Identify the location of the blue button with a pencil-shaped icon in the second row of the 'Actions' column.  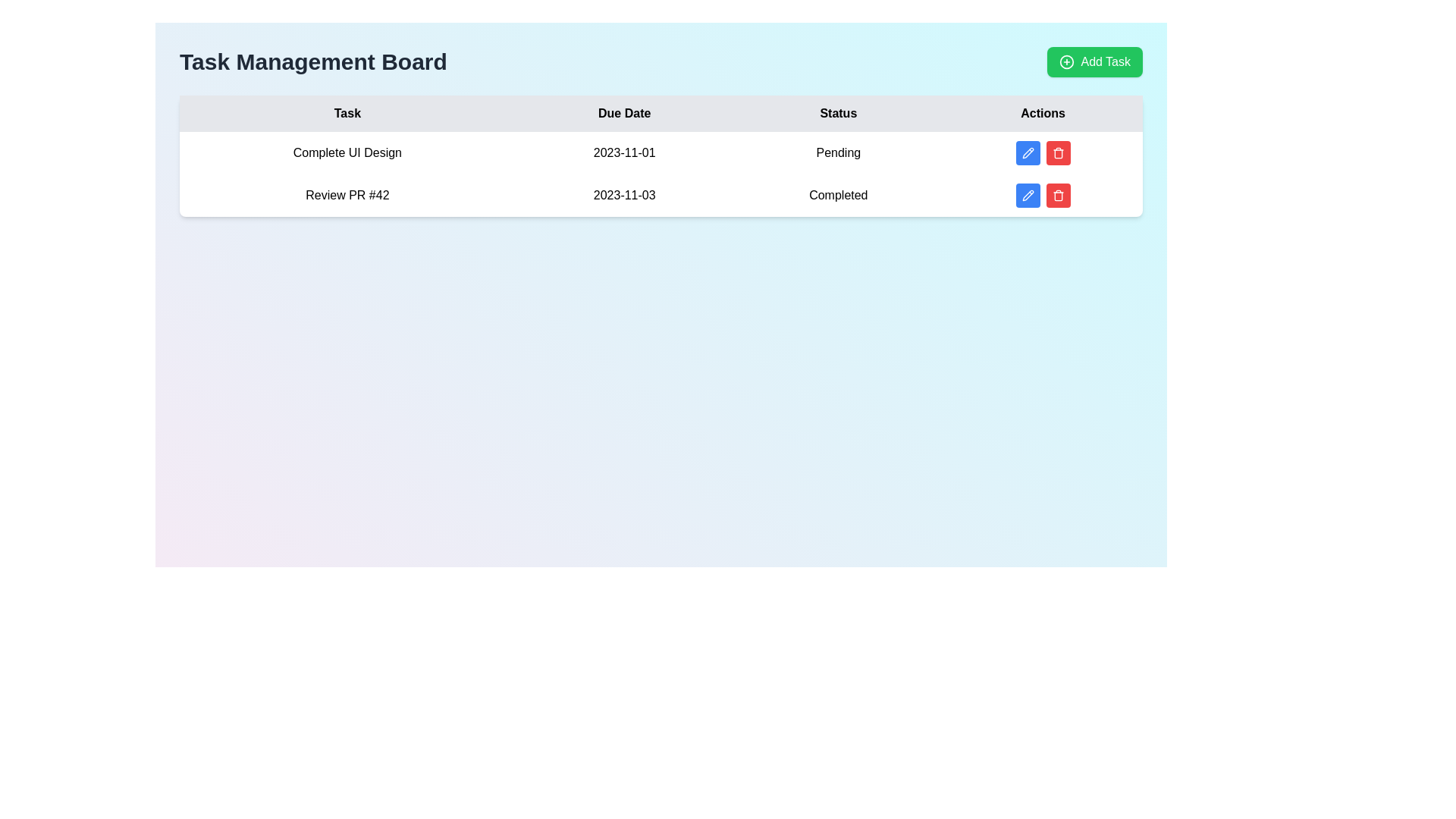
(1028, 195).